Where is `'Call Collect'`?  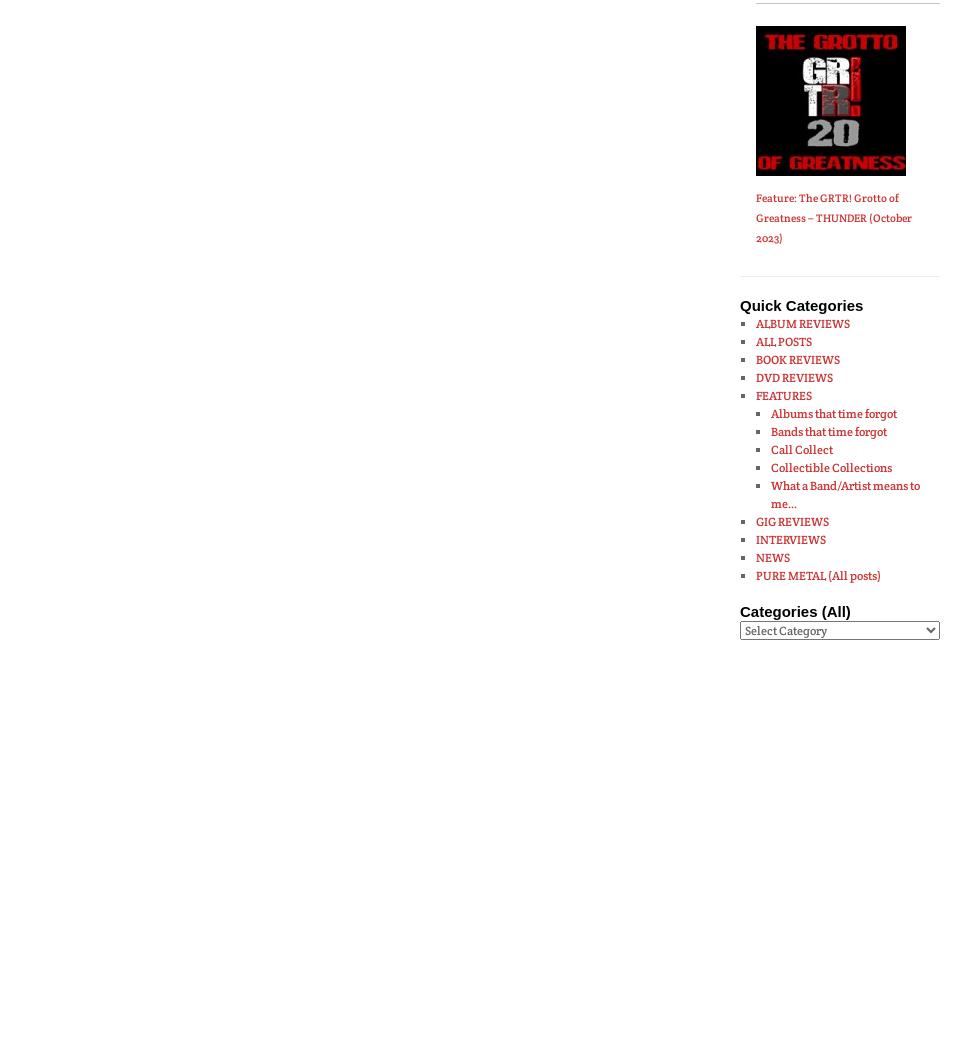 'Call Collect' is located at coordinates (770, 448).